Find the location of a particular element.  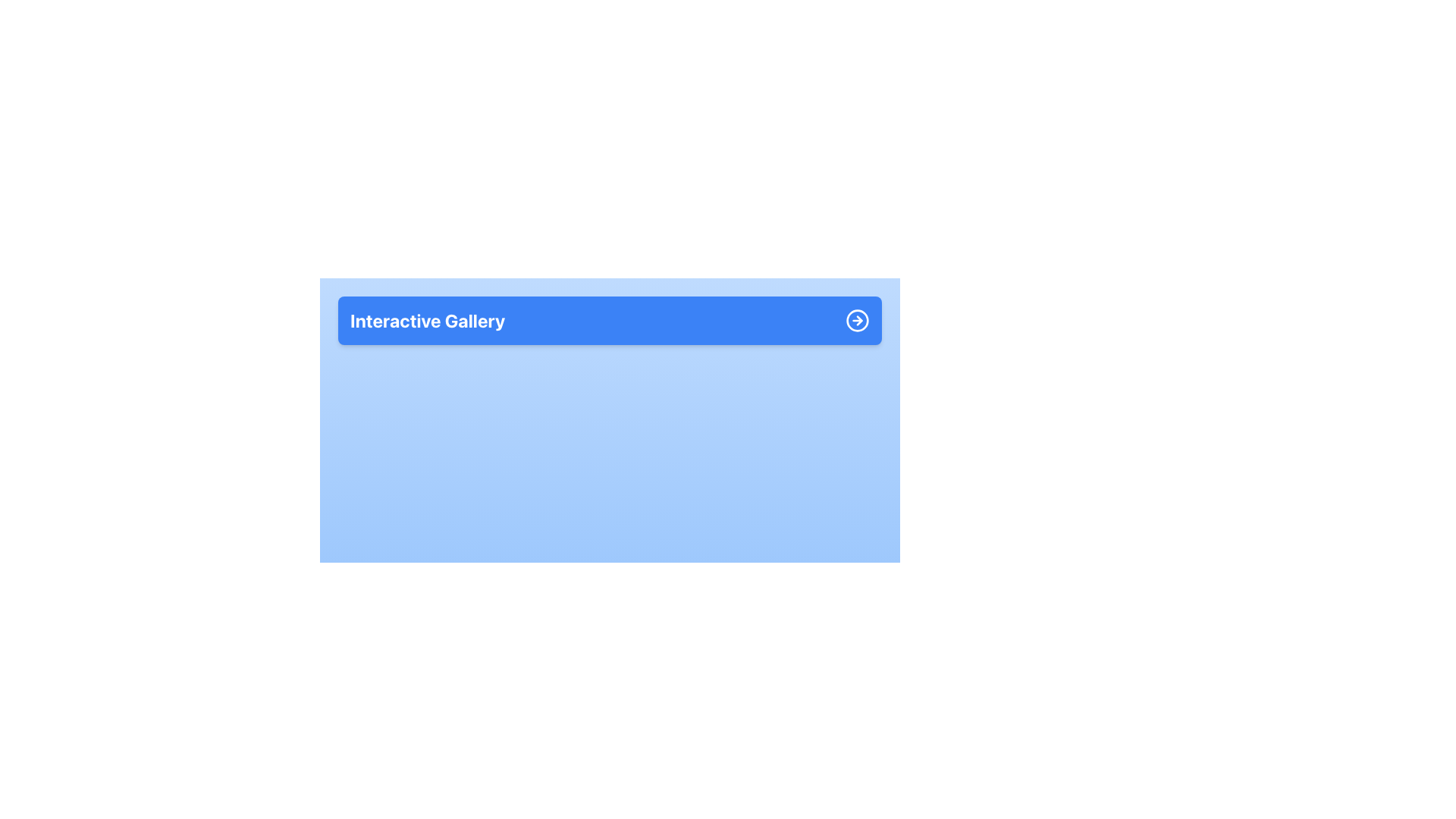

the SVG graphic element styled as a button located on the far right side of the blue header, aligned with the 'Interactive Gallery' text is located at coordinates (858, 320).